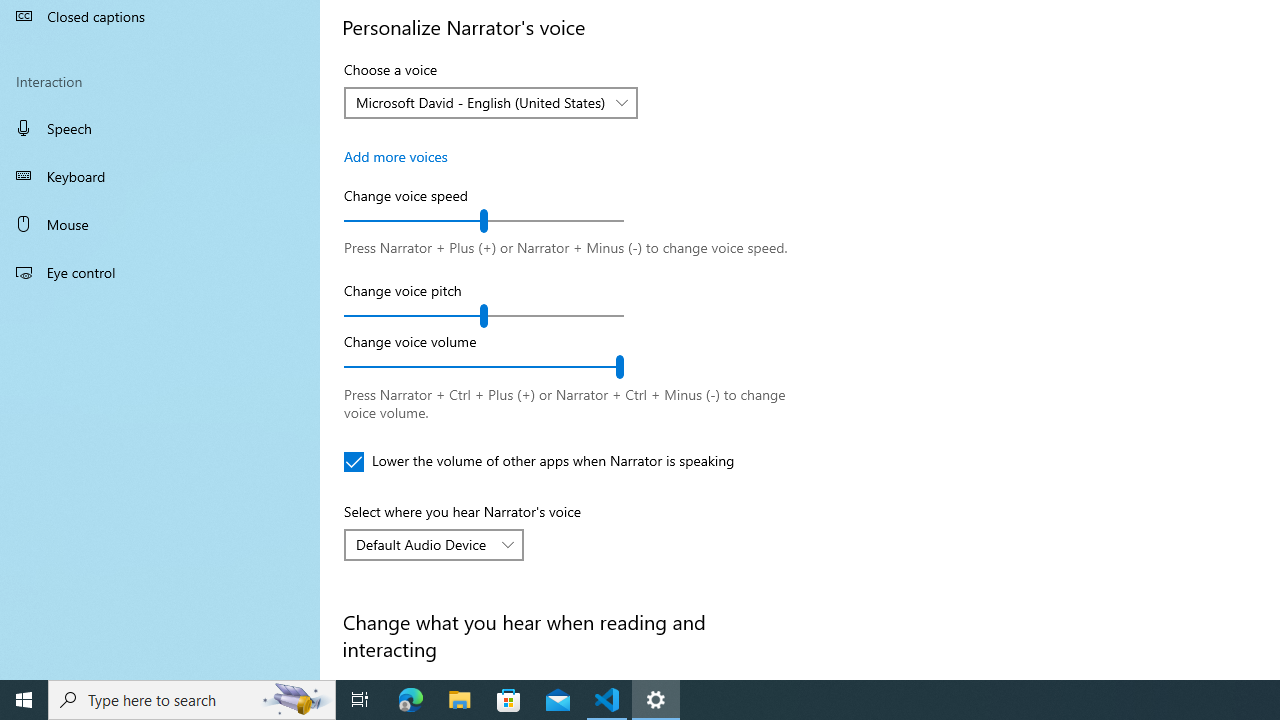  I want to click on 'Default Audio Device', so click(422, 544).